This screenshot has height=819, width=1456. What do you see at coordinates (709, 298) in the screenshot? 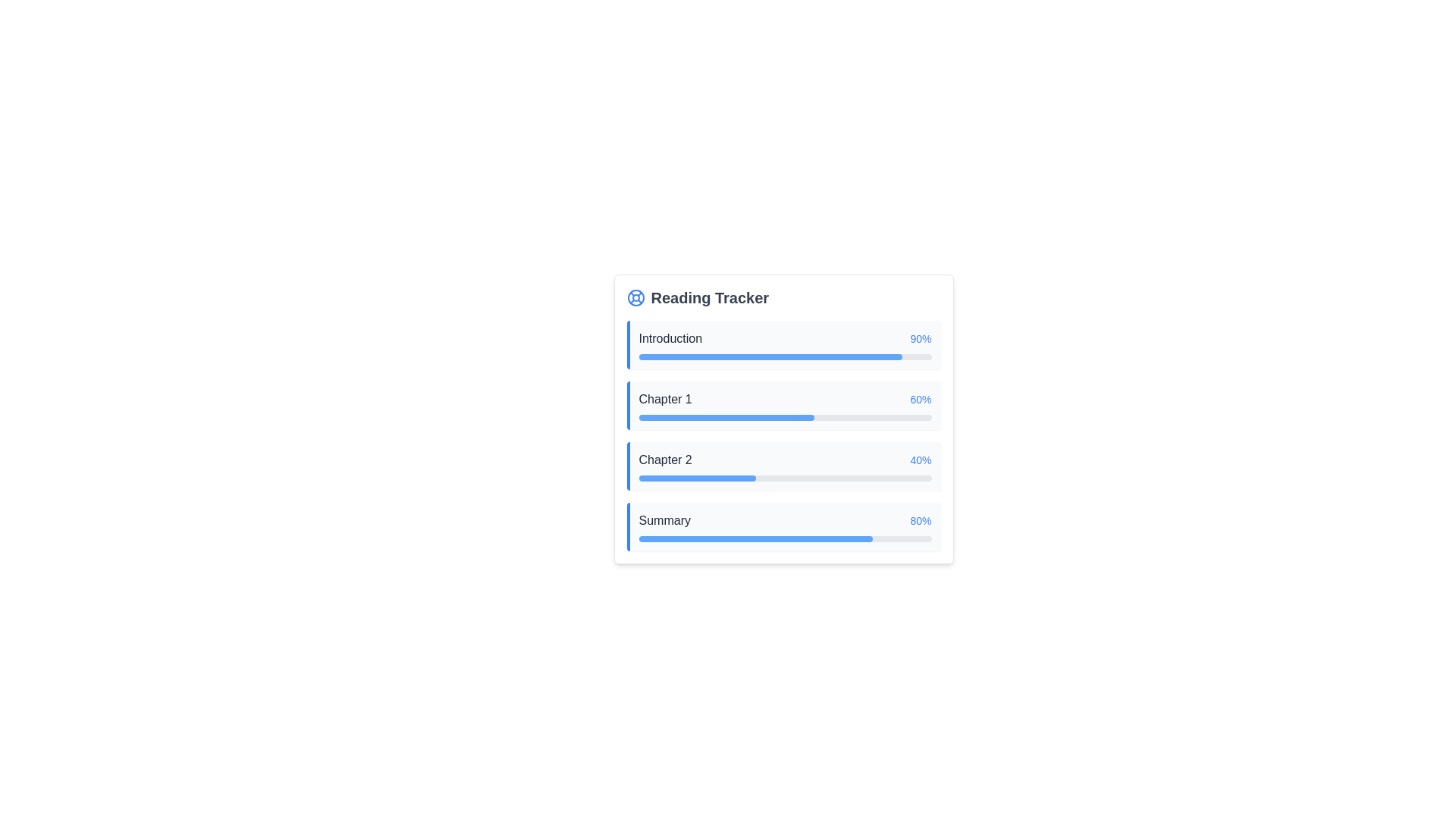
I see `the Text Element indicating the purpose of tracking reading progress, located at the top-left corner of the progress tracking card interface` at bounding box center [709, 298].